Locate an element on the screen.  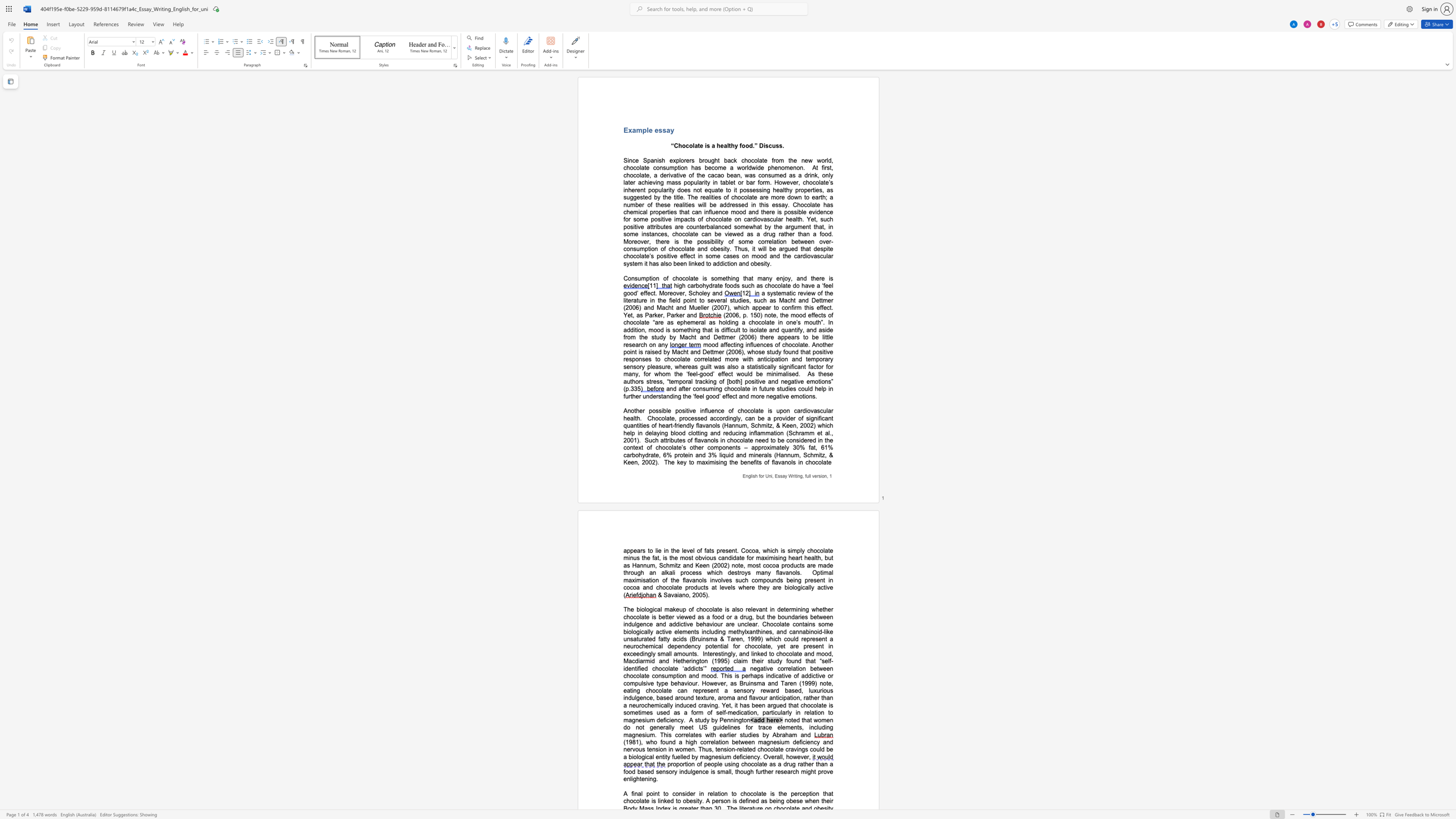
the space between the continuous character "i" and "t" in the text is located at coordinates (820, 455).